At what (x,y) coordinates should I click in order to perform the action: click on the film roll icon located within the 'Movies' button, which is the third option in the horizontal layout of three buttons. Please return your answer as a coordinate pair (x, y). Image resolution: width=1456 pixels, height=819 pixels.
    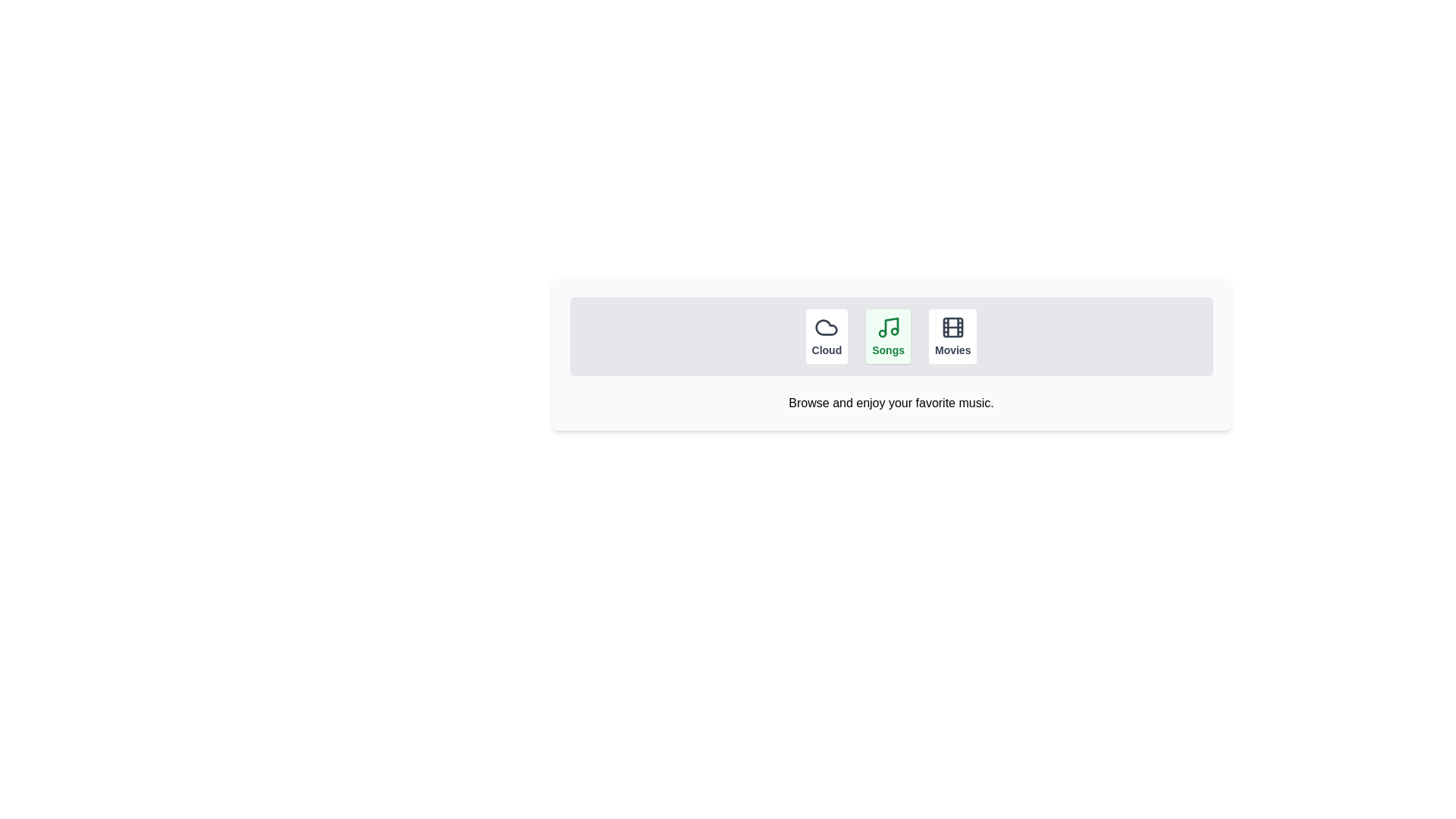
    Looking at the image, I should click on (952, 327).